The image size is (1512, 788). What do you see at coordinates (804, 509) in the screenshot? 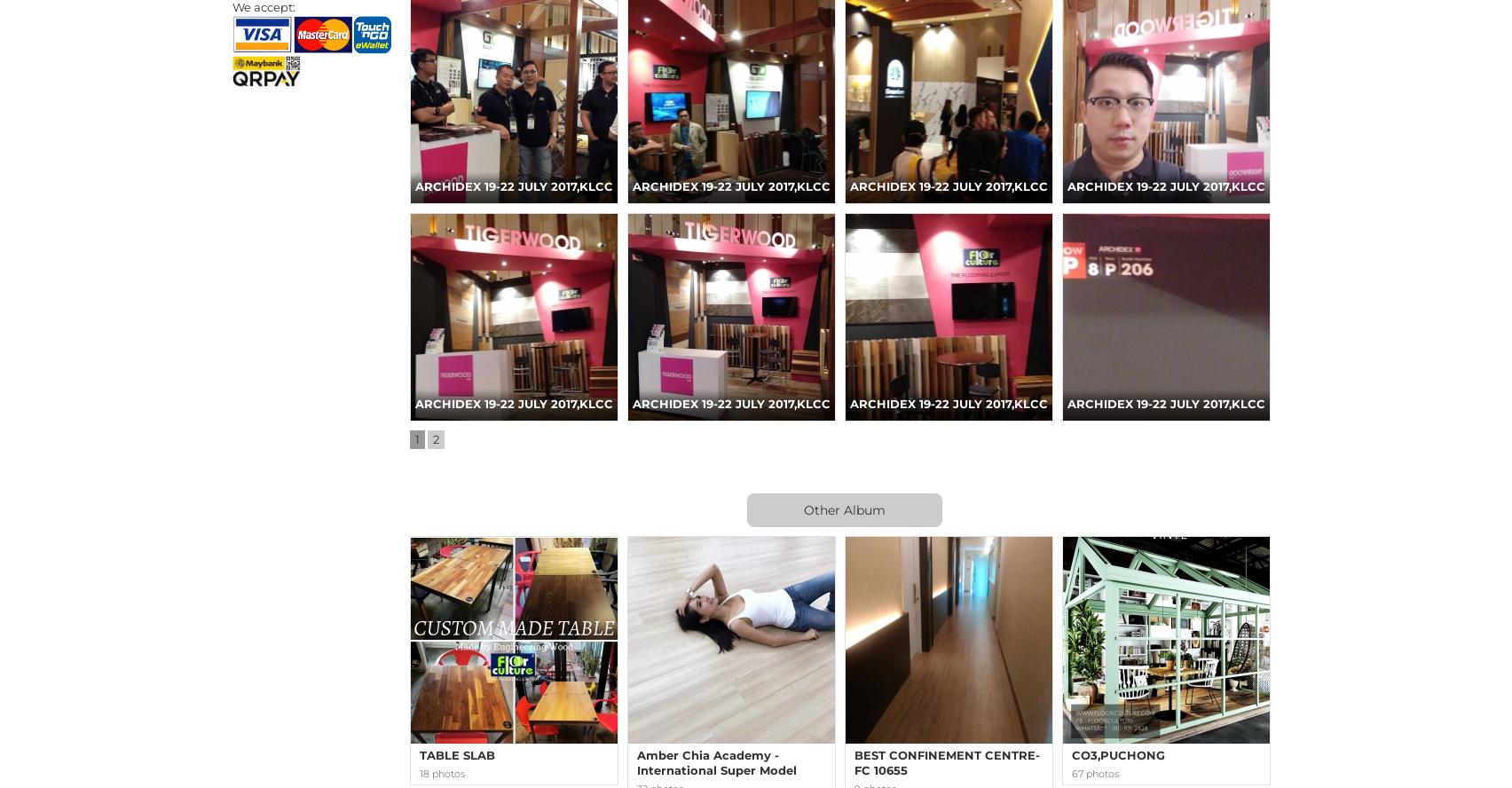
I see `'Other Album'` at bounding box center [804, 509].